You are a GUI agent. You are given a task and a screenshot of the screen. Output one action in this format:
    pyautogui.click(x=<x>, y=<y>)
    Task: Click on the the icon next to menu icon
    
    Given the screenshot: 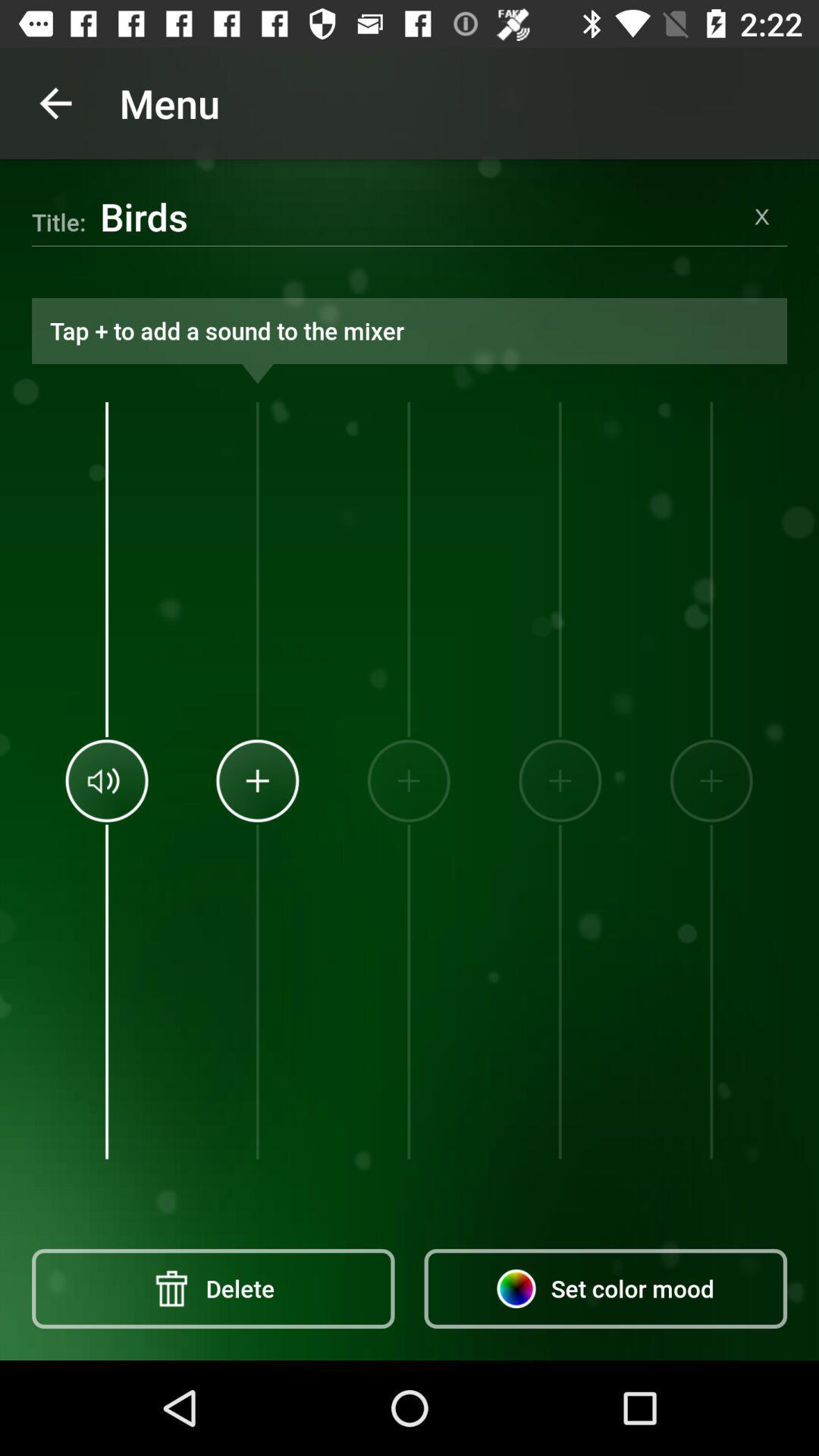 What is the action you would take?
    pyautogui.click(x=55, y=102)
    